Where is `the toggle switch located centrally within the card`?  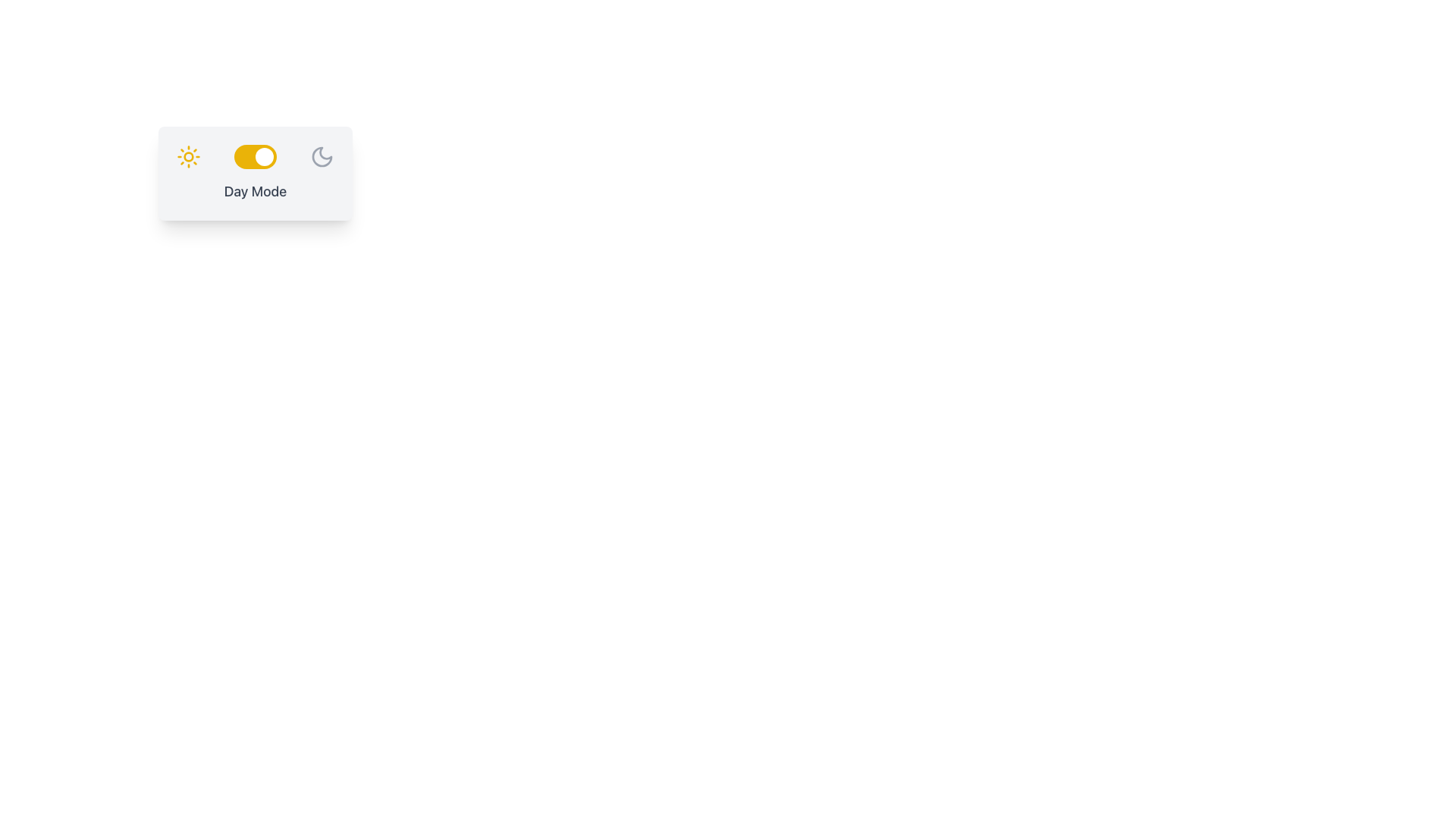 the toggle switch located centrally within the card is located at coordinates (255, 157).